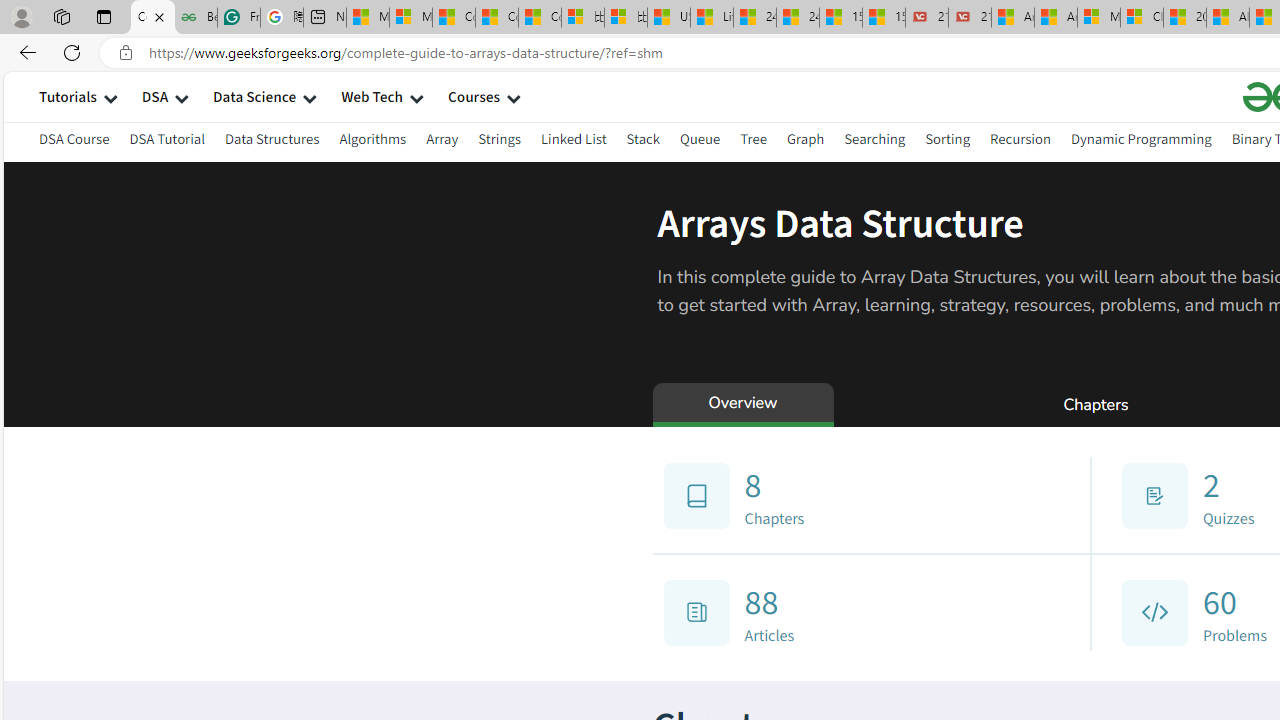  What do you see at coordinates (643, 138) in the screenshot?
I see `'Stack'` at bounding box center [643, 138].